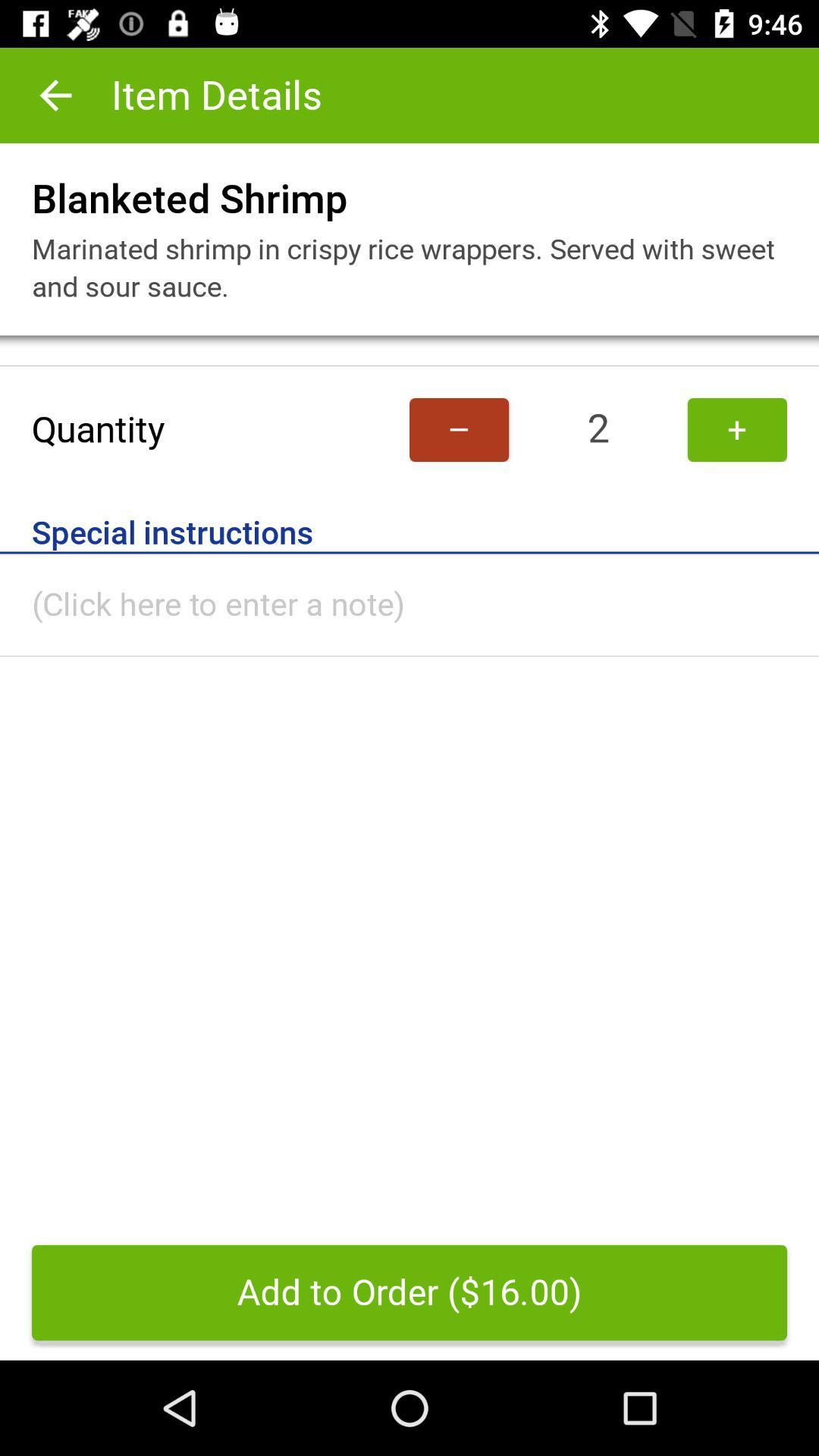  I want to click on + item, so click(736, 428).